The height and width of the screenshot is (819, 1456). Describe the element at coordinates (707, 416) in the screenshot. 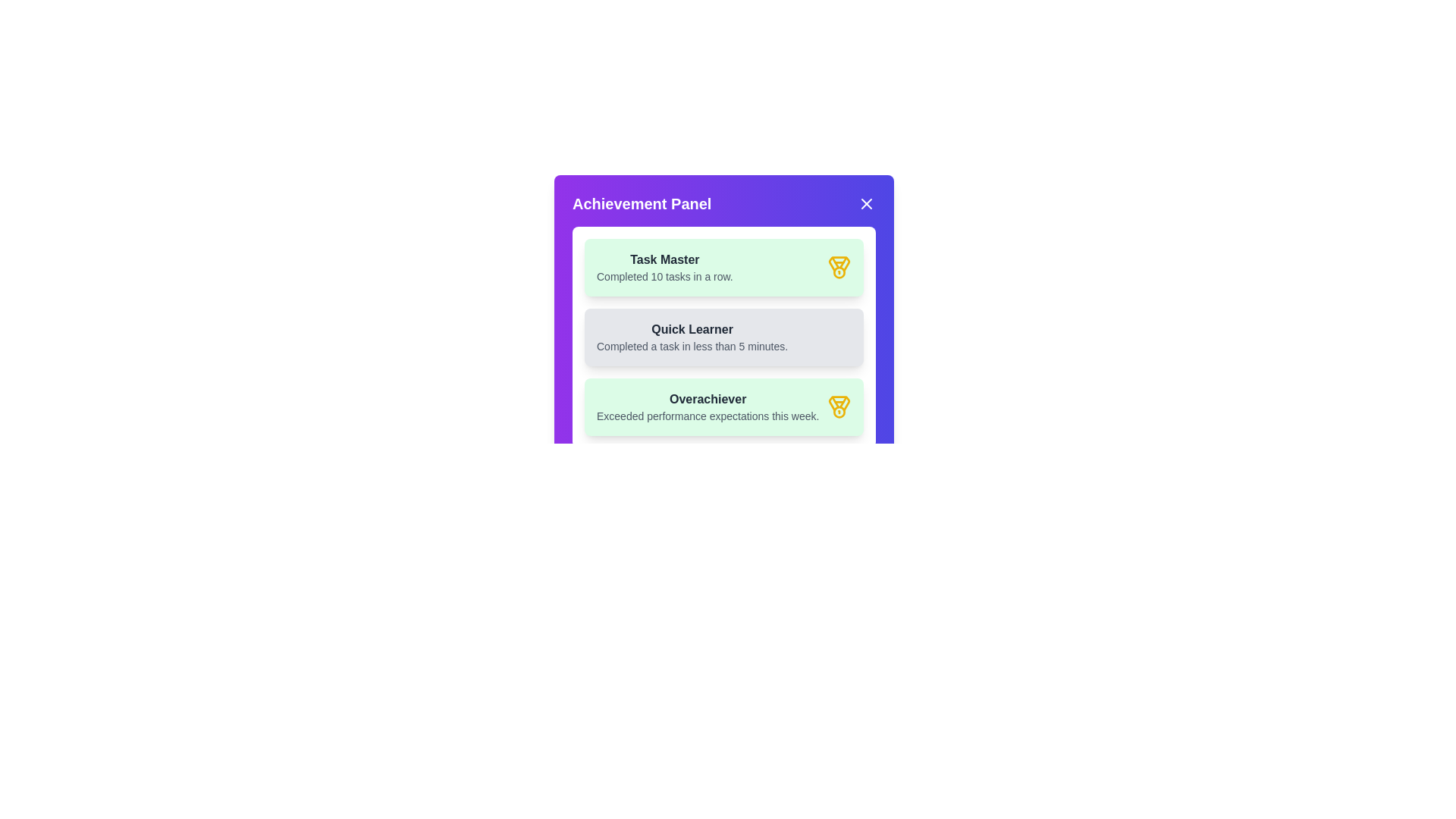

I see `the text block displaying 'Exceeded performance expectations this week.' located within the highlighted green panel titled 'Overachiever.'` at that location.